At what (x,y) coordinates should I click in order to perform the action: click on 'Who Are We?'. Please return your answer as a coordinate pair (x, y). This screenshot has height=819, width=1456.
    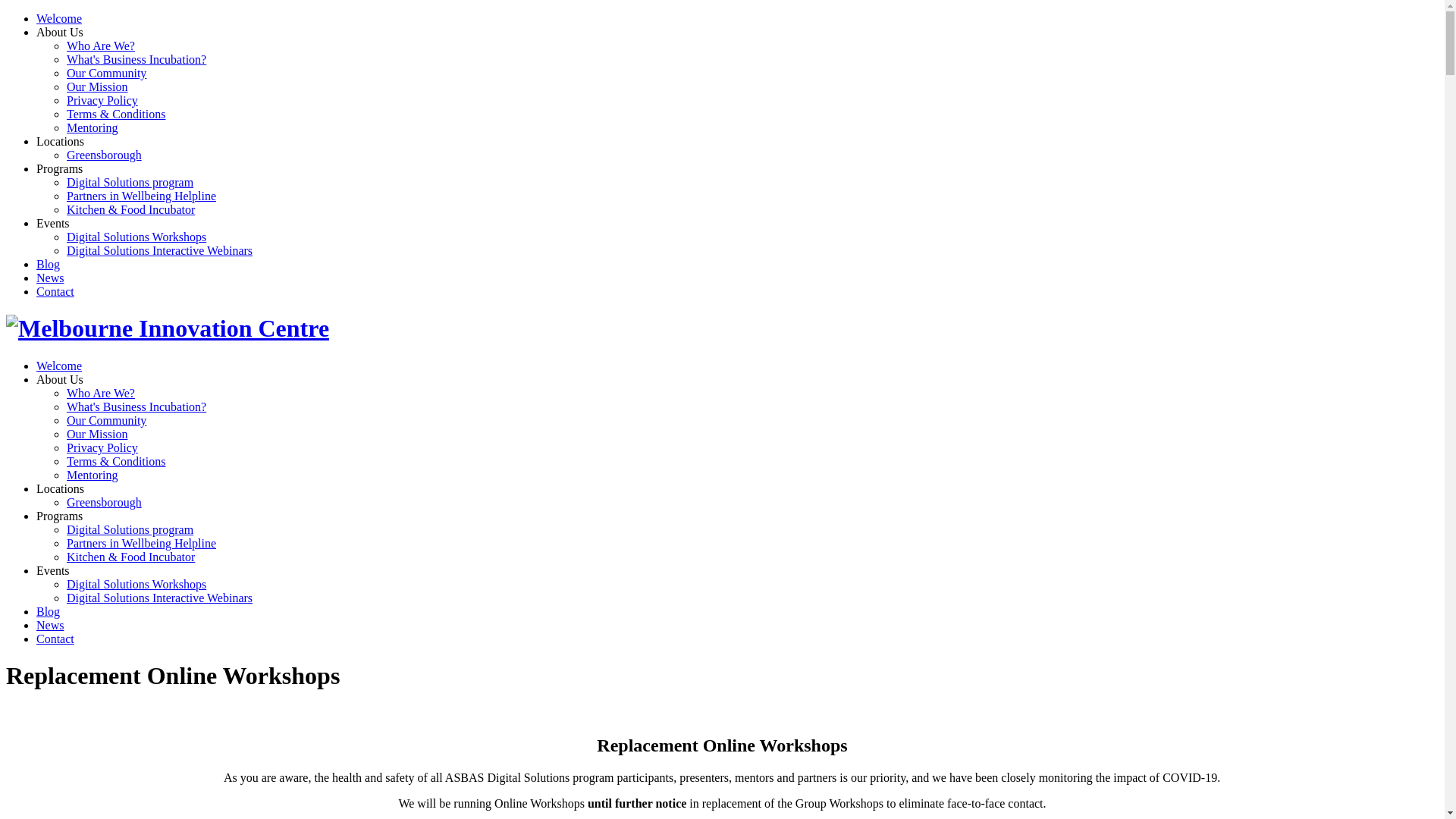
    Looking at the image, I should click on (100, 392).